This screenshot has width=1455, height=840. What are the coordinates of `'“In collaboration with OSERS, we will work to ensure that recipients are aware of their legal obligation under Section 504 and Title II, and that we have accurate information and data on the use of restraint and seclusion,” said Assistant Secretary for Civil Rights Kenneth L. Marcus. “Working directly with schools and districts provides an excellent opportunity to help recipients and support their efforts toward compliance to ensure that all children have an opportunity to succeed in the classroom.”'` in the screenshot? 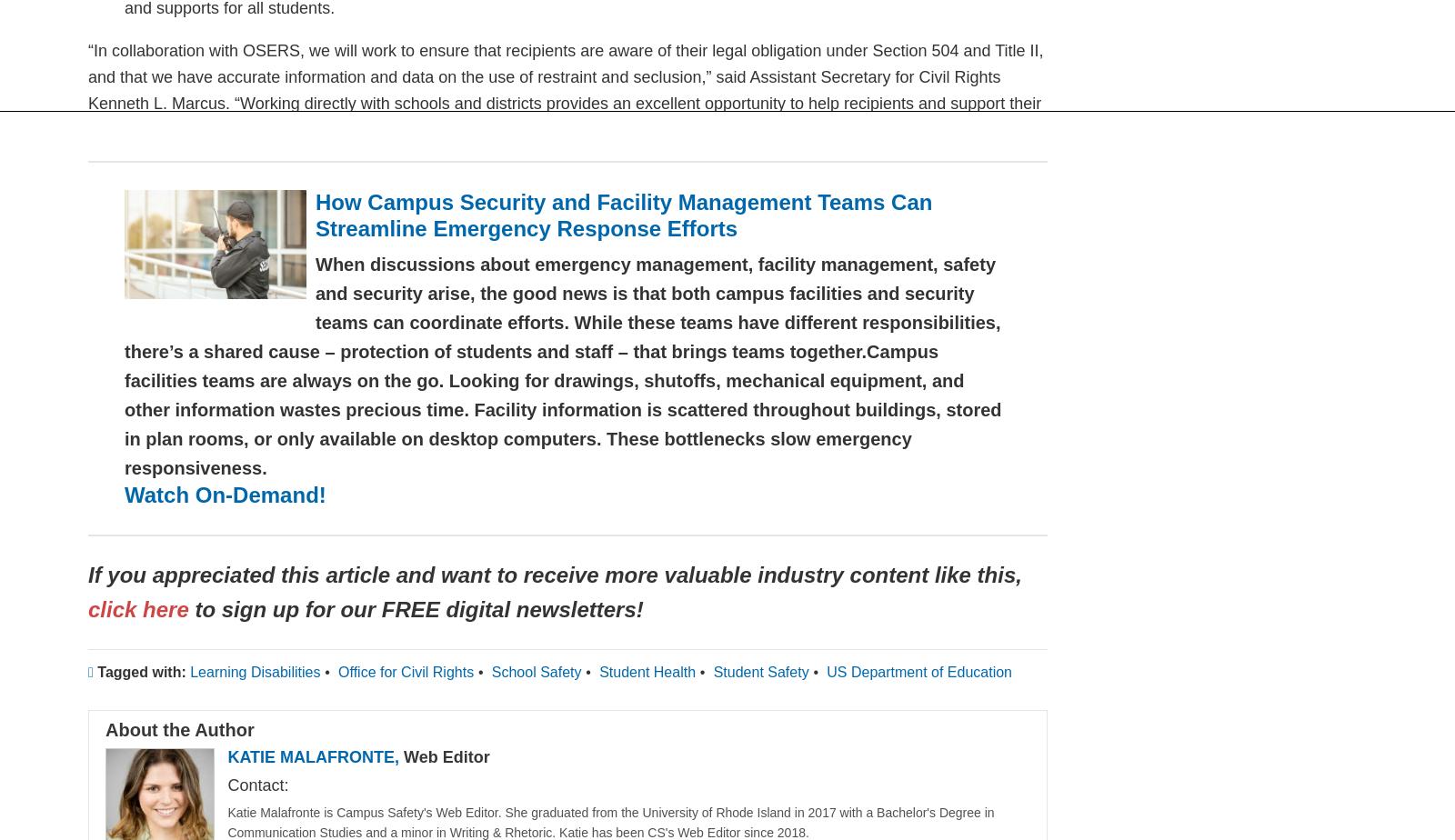 It's located at (566, 89).